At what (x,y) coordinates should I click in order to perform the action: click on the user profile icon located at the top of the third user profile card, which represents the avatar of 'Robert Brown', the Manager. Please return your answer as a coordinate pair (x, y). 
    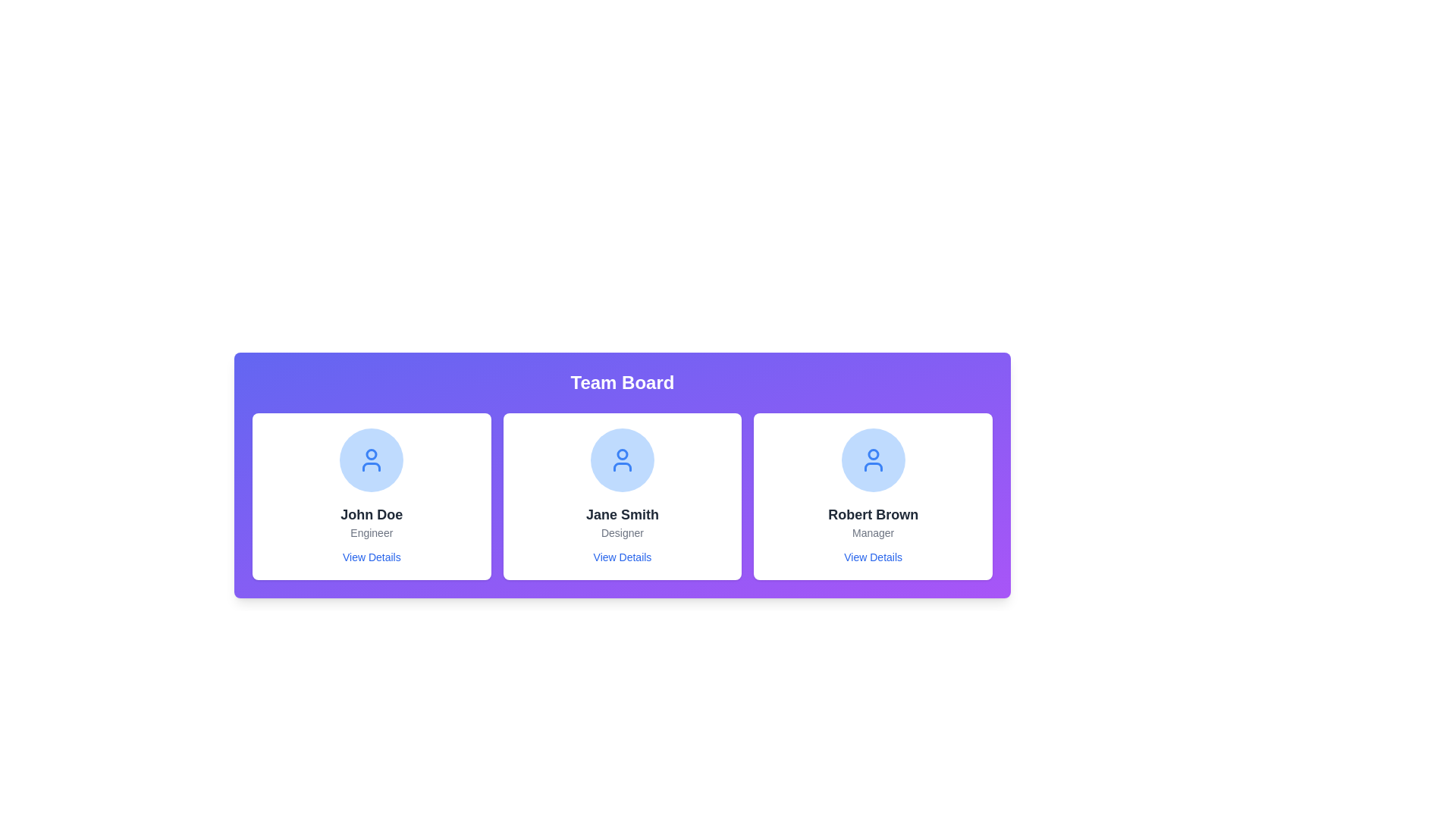
    Looking at the image, I should click on (873, 453).